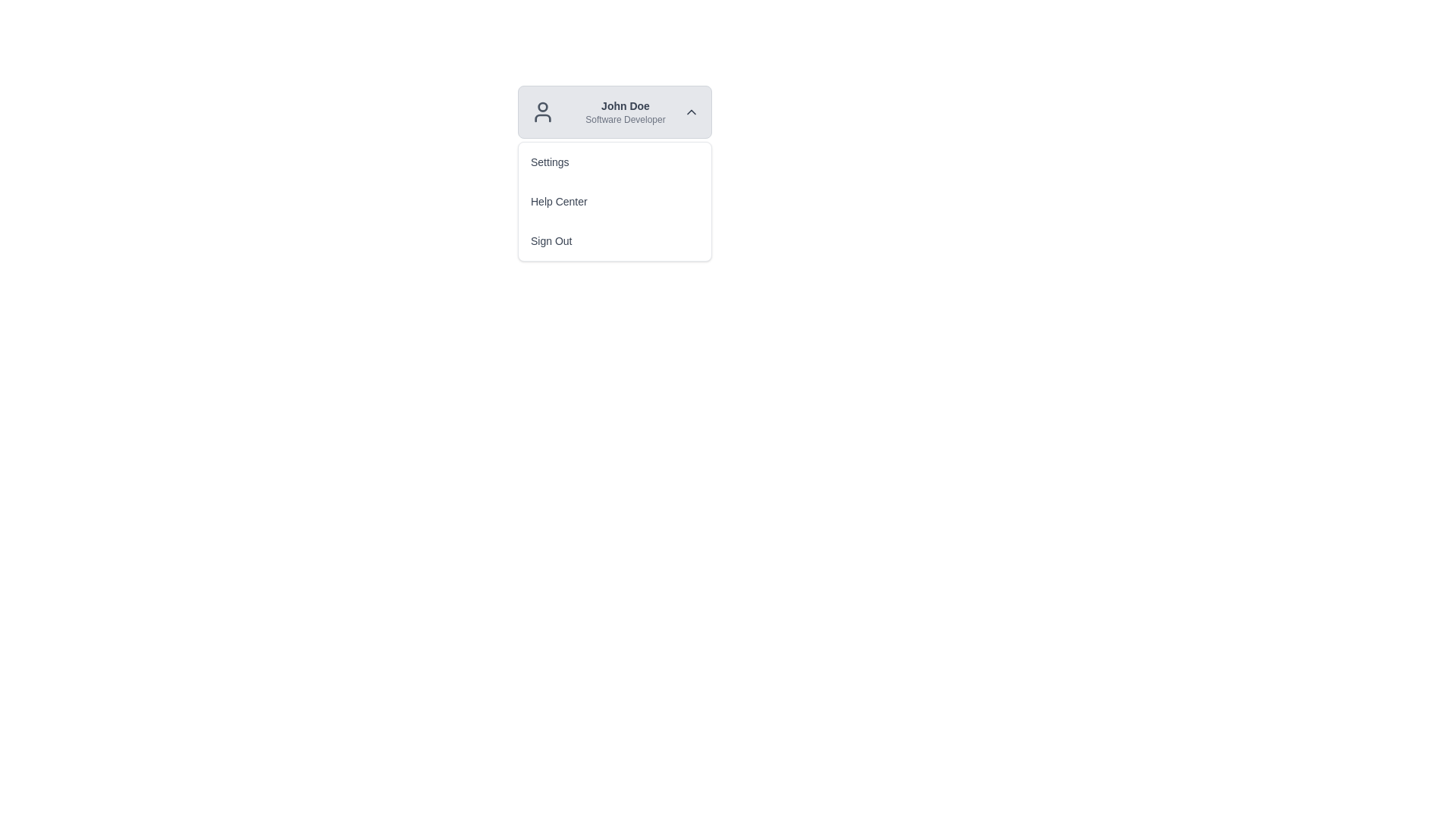  I want to click on the third item in the dropdown menu labeled for signing out the user, which is located below the 'Settings' and 'Help Center' options, to log out, so click(615, 240).